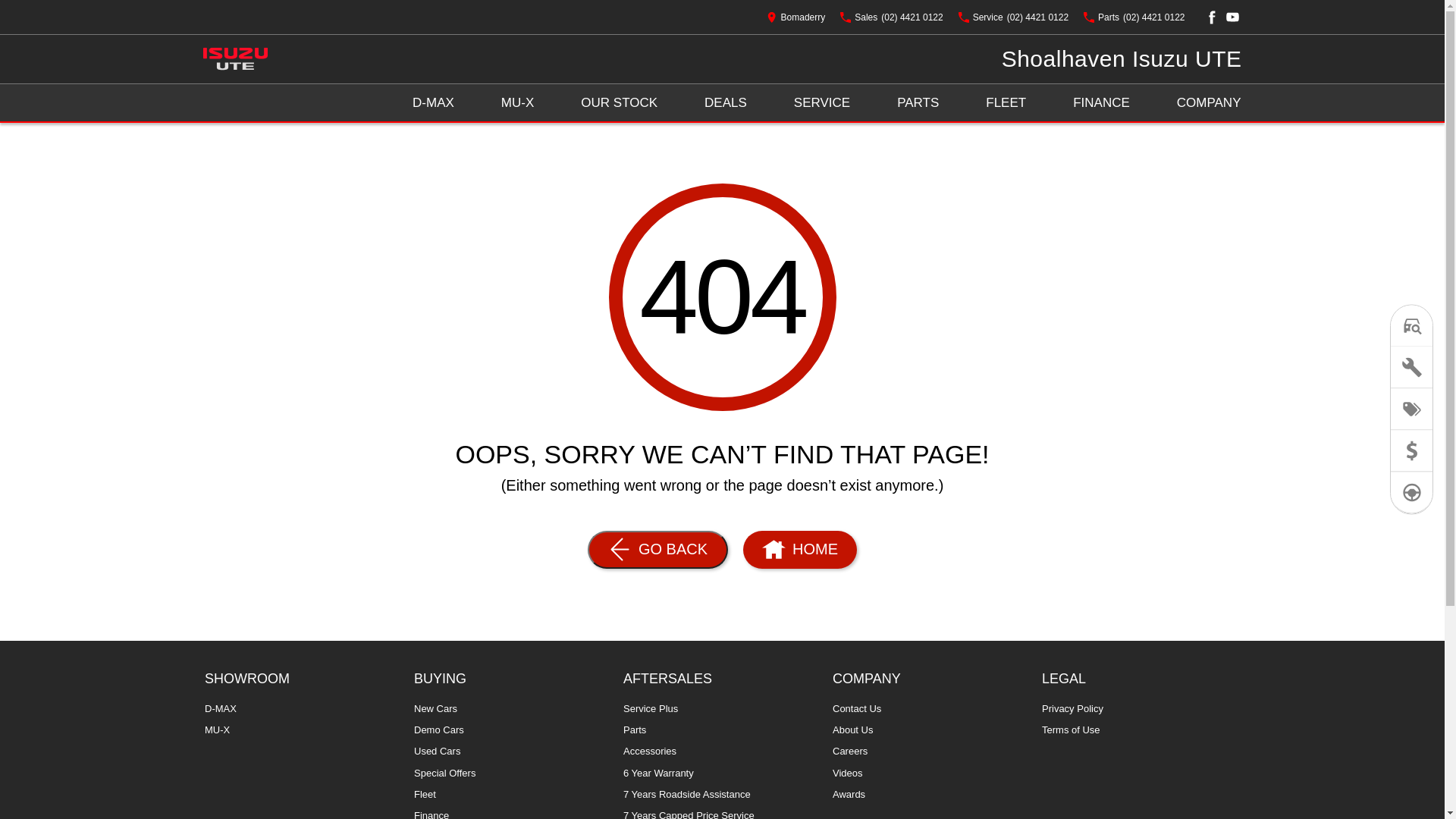  What do you see at coordinates (1122, 58) in the screenshot?
I see `'Shoalhaven Isuzu UTE'` at bounding box center [1122, 58].